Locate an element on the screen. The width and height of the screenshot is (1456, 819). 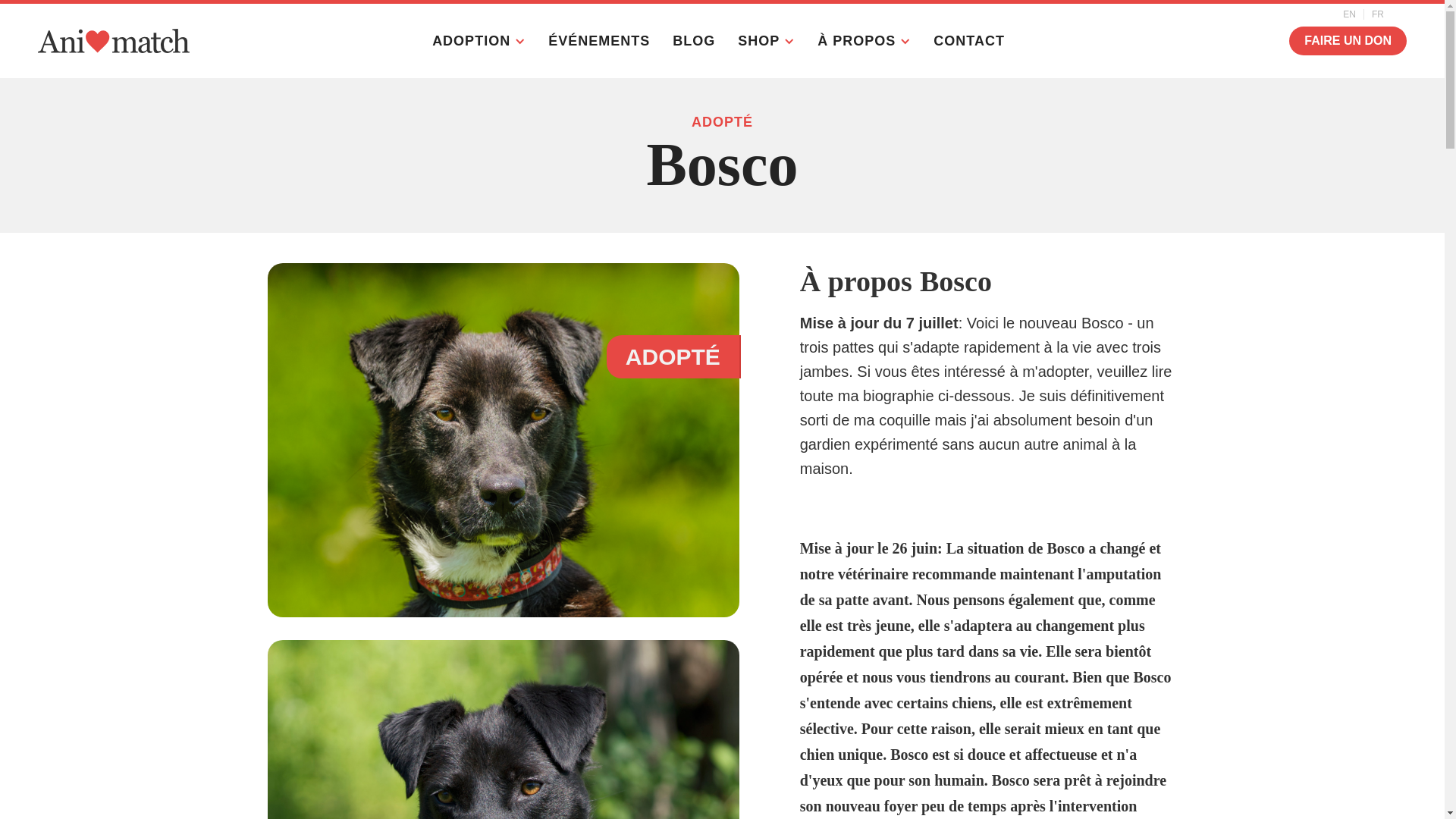
'EN' is located at coordinates (1335, 14).